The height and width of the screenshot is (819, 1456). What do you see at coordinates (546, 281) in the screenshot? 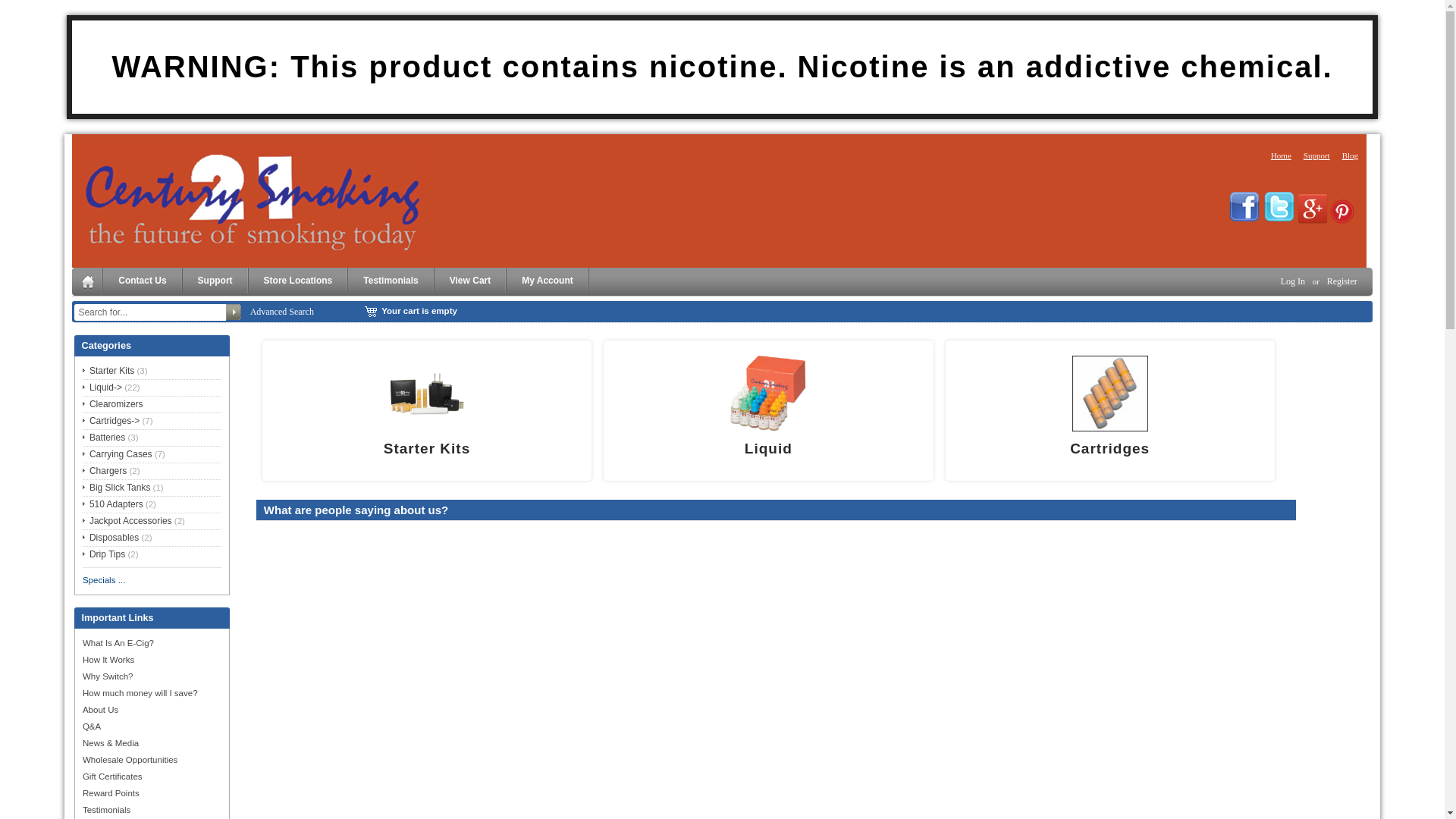
I see `'My Account'` at bounding box center [546, 281].